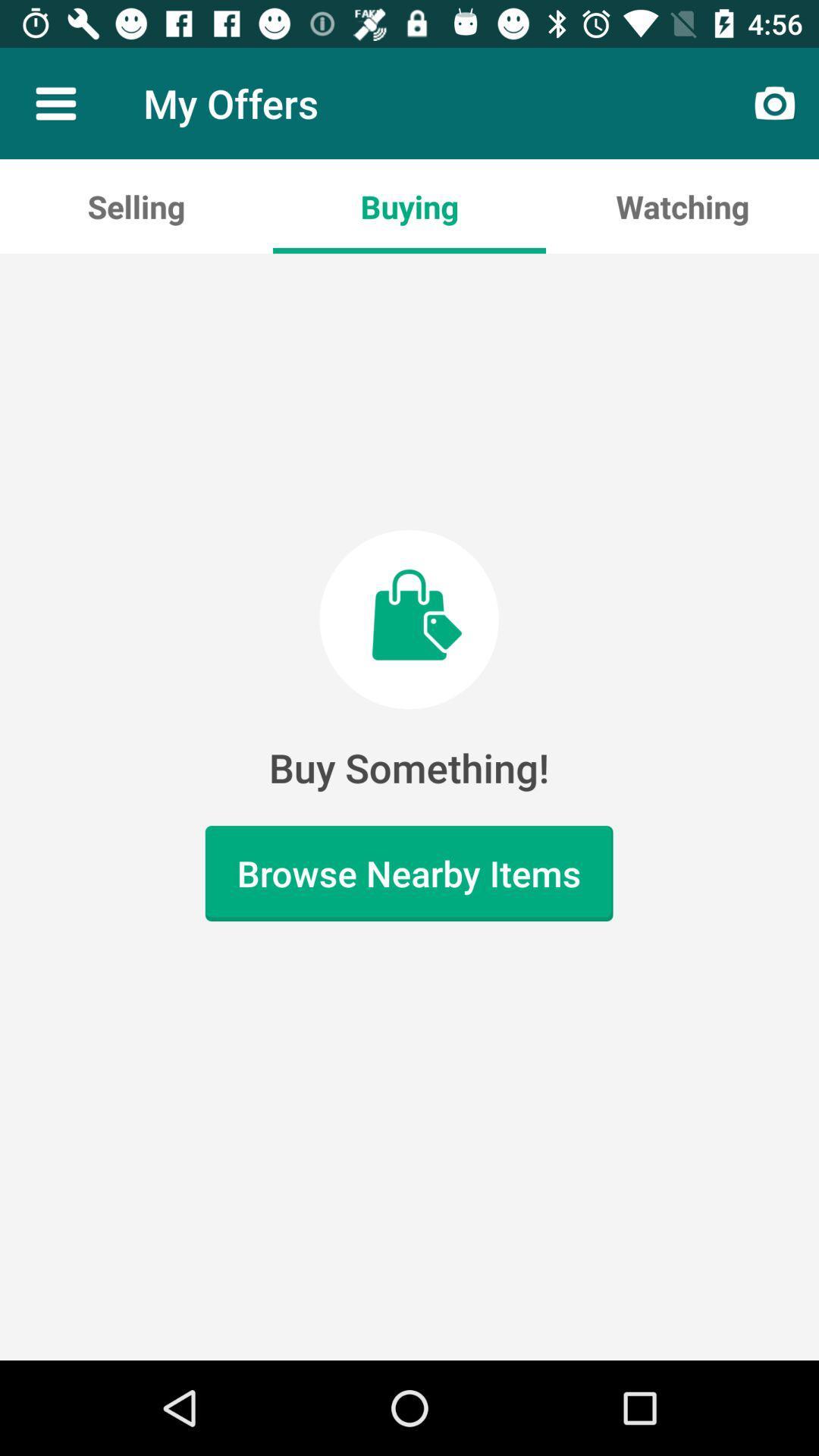  Describe the element at coordinates (55, 102) in the screenshot. I see `icon above the selling` at that location.